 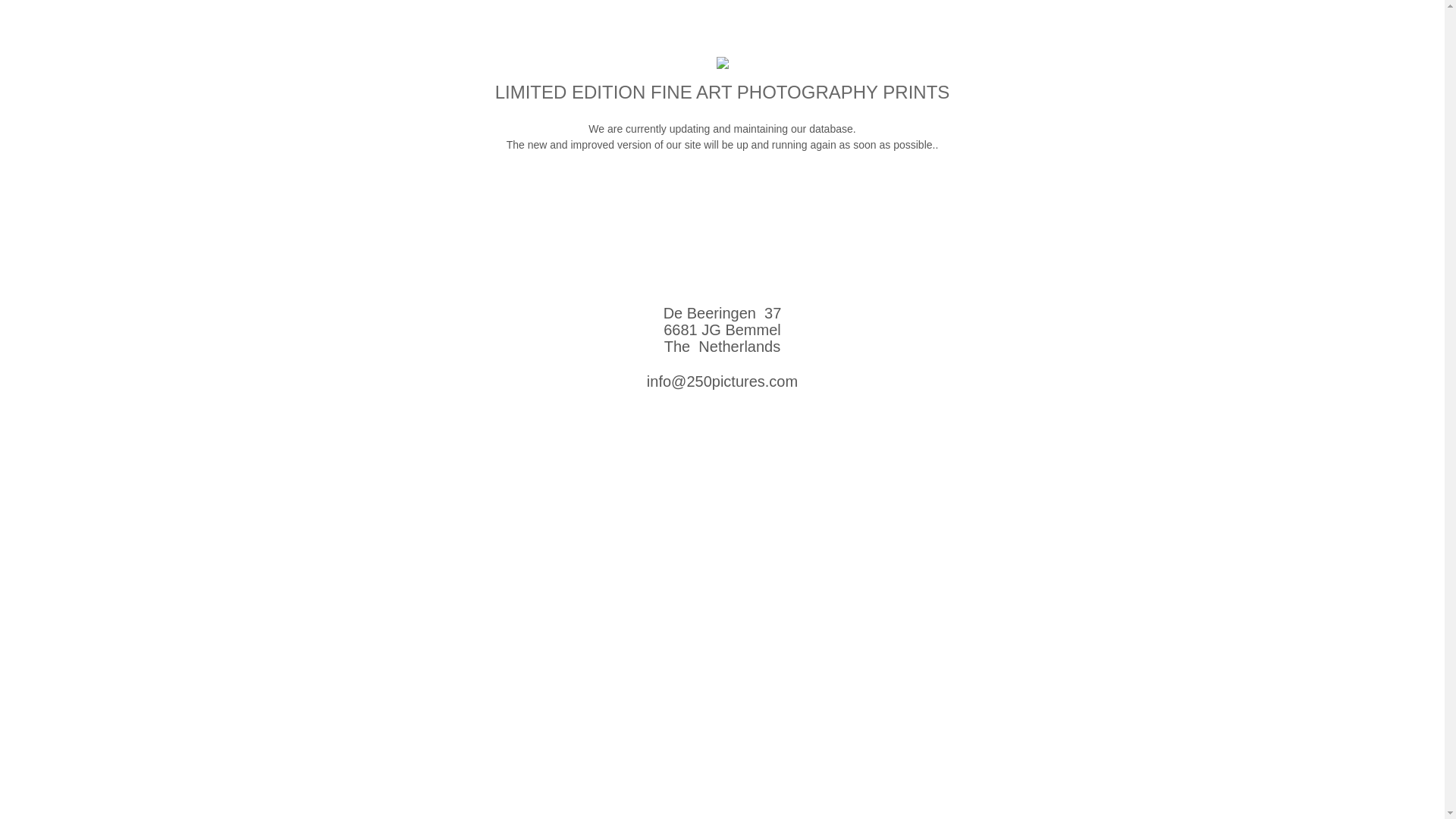 What do you see at coordinates (647, 380) in the screenshot?
I see `'info@250pictures.com'` at bounding box center [647, 380].